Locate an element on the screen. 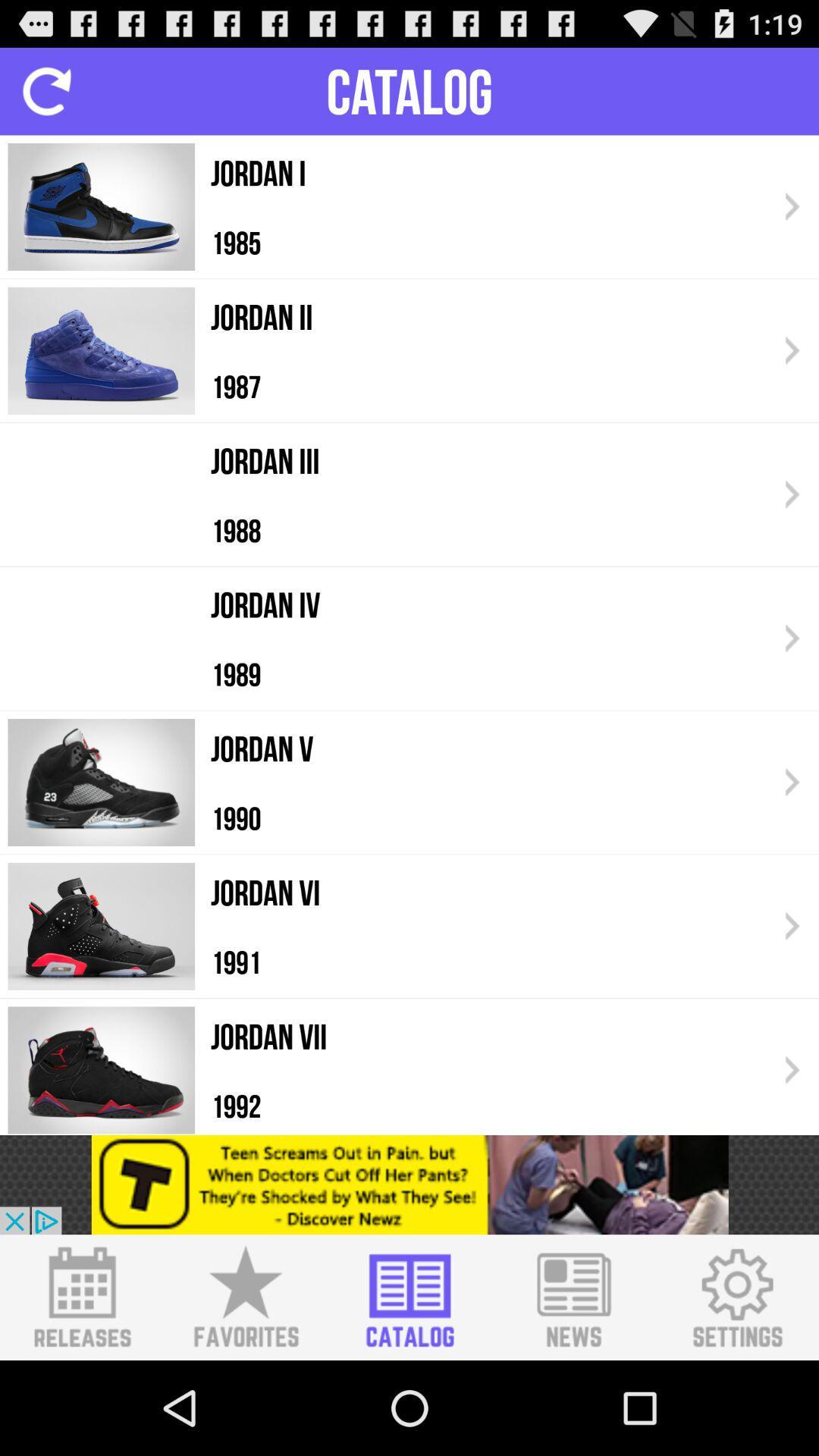 The image size is (819, 1456). the star icon is located at coordinates (245, 1389).